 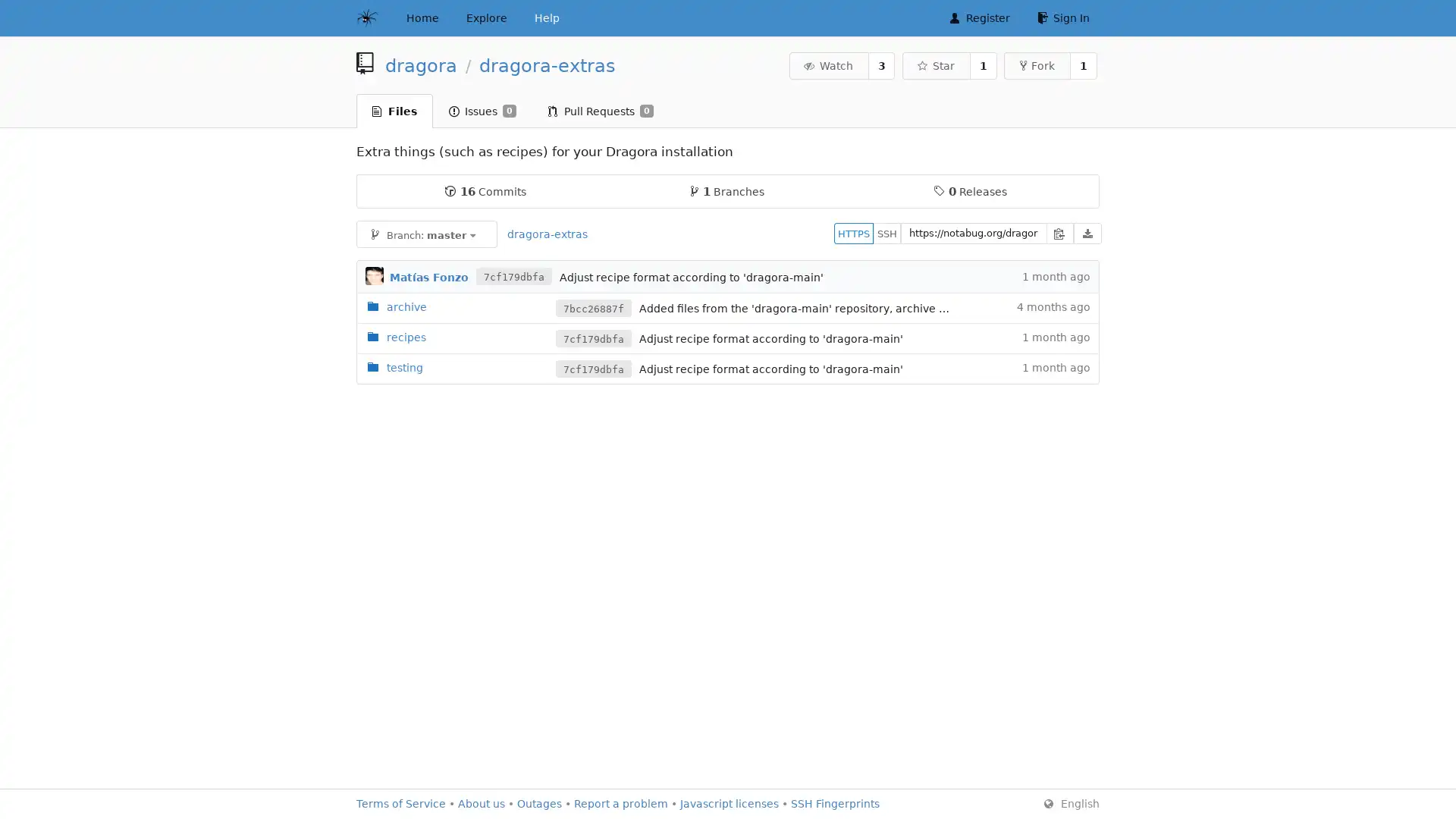 I want to click on HTTPS, so click(x=854, y=233).